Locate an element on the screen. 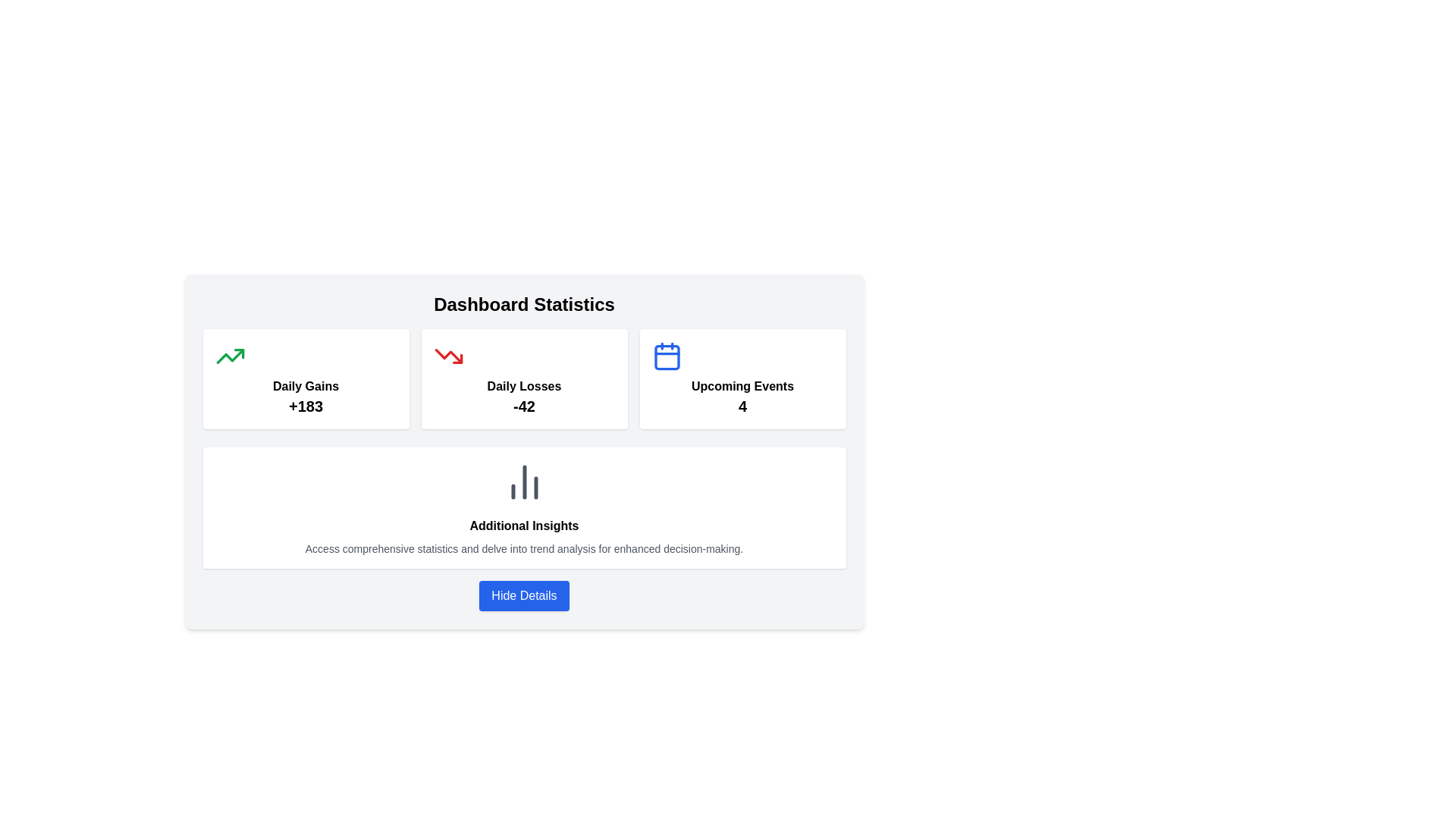 This screenshot has width=1456, height=819. the vertical bar chart icon located at the top center of the 'Additional Insights' section, which is rendered in dark gray and features three bars of varying heights is located at coordinates (524, 482).